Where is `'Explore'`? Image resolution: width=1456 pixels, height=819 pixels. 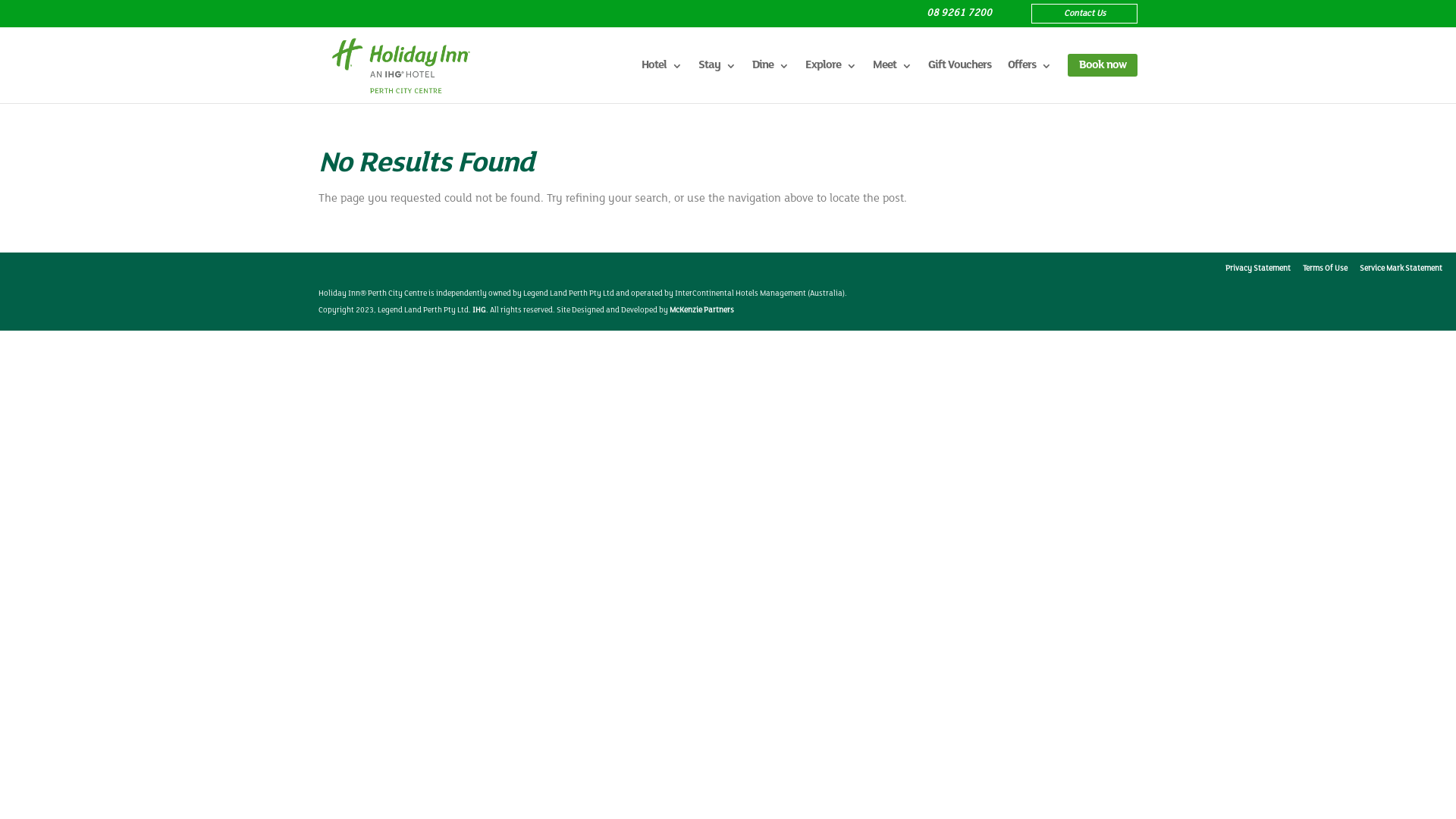
'Explore' is located at coordinates (830, 76).